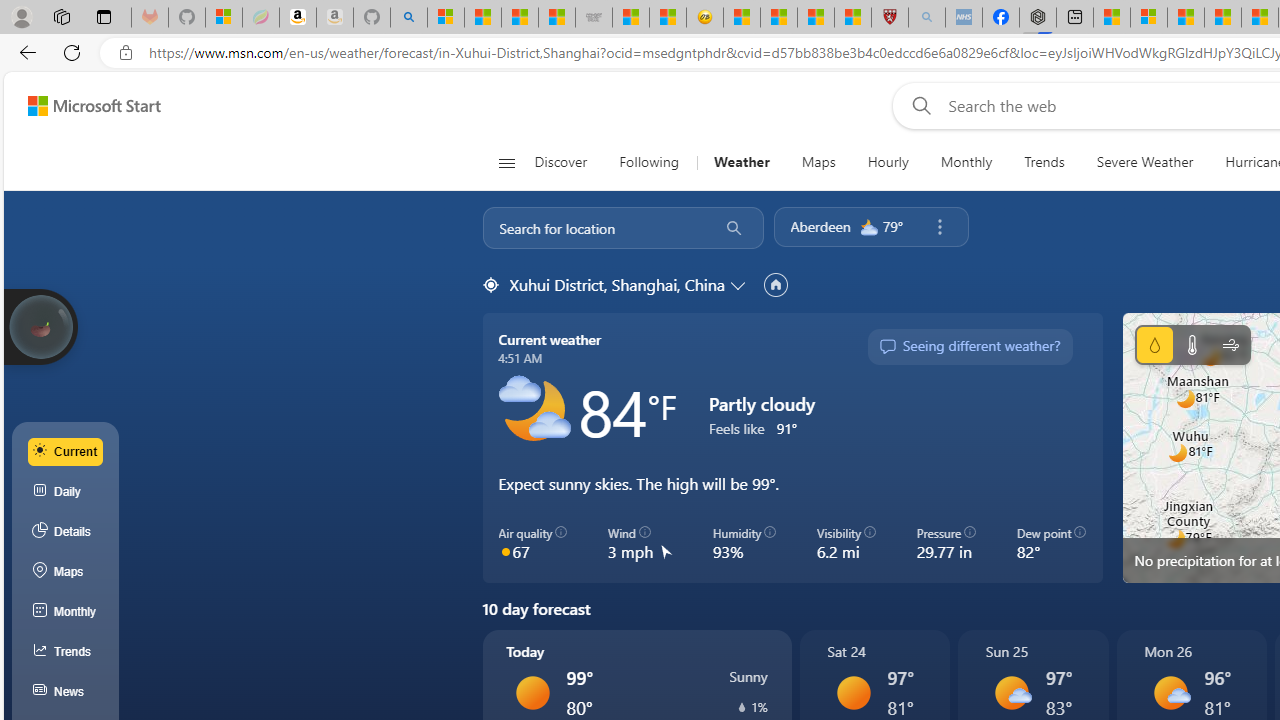  Describe the element at coordinates (743, 543) in the screenshot. I see `'Humidity 93%'` at that location.